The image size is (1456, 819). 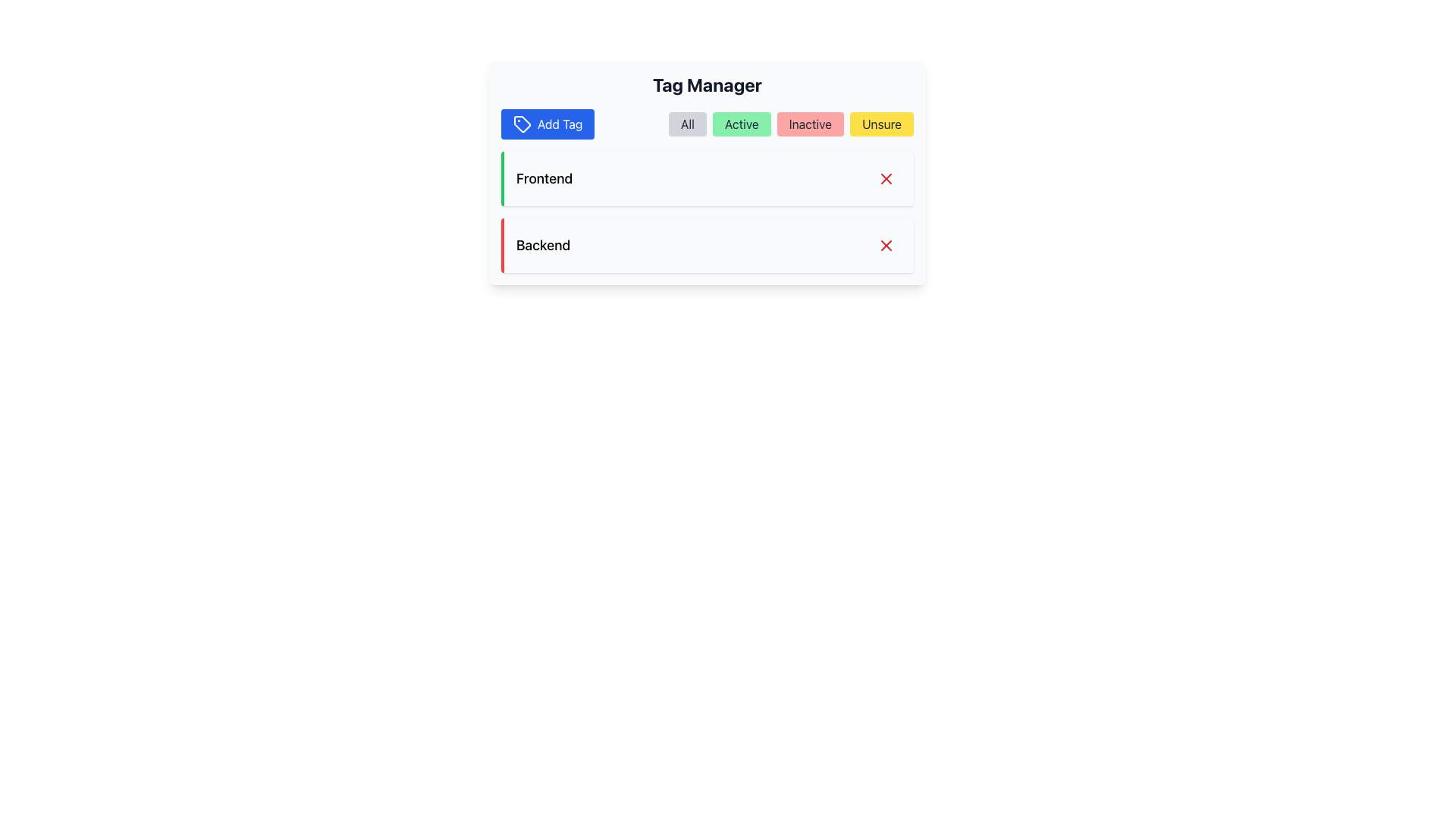 I want to click on the 'Inactive' button located between the 'Active' and 'Unsure' buttons under the 'Tag Manager' heading, so click(x=809, y=124).